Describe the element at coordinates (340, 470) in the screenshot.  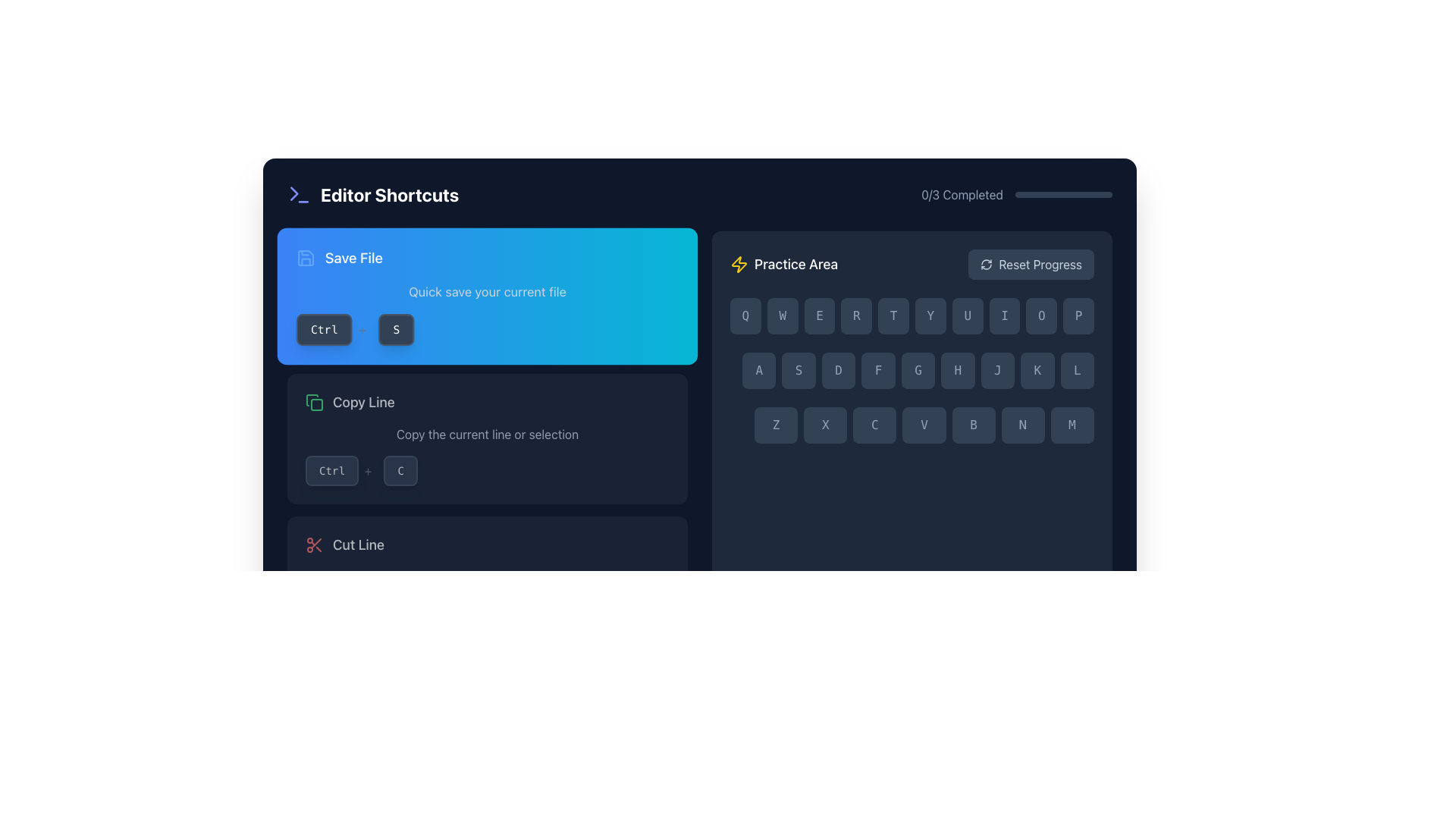
I see `contents of the Composite text element displaying 'Ctrl+' in the 'Copy Line' section, which is styled with a rounded box and a dark background` at that location.